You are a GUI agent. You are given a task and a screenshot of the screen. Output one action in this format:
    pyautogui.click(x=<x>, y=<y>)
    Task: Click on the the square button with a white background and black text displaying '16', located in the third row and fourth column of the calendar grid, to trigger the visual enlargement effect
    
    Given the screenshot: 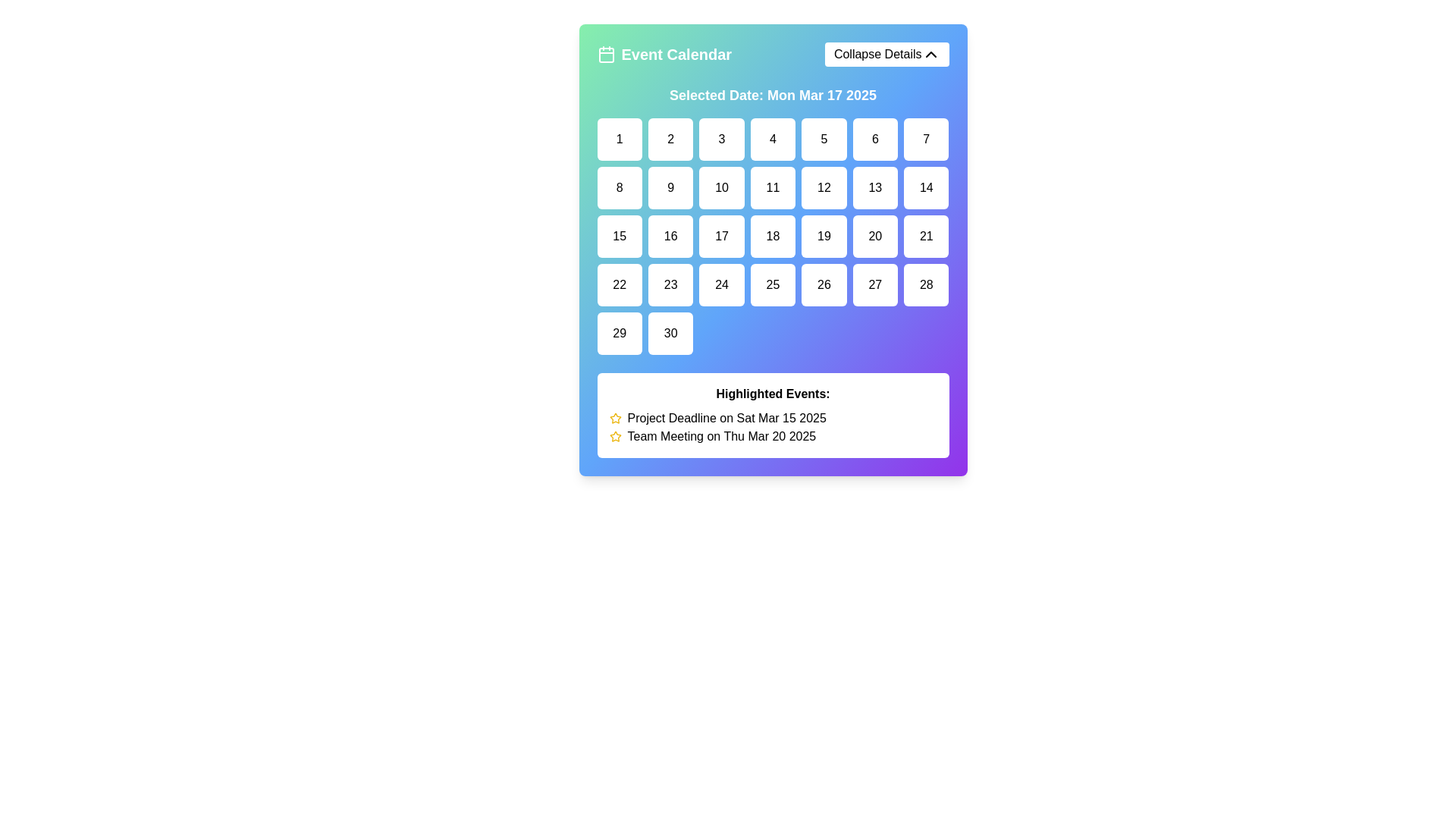 What is the action you would take?
    pyautogui.click(x=670, y=237)
    